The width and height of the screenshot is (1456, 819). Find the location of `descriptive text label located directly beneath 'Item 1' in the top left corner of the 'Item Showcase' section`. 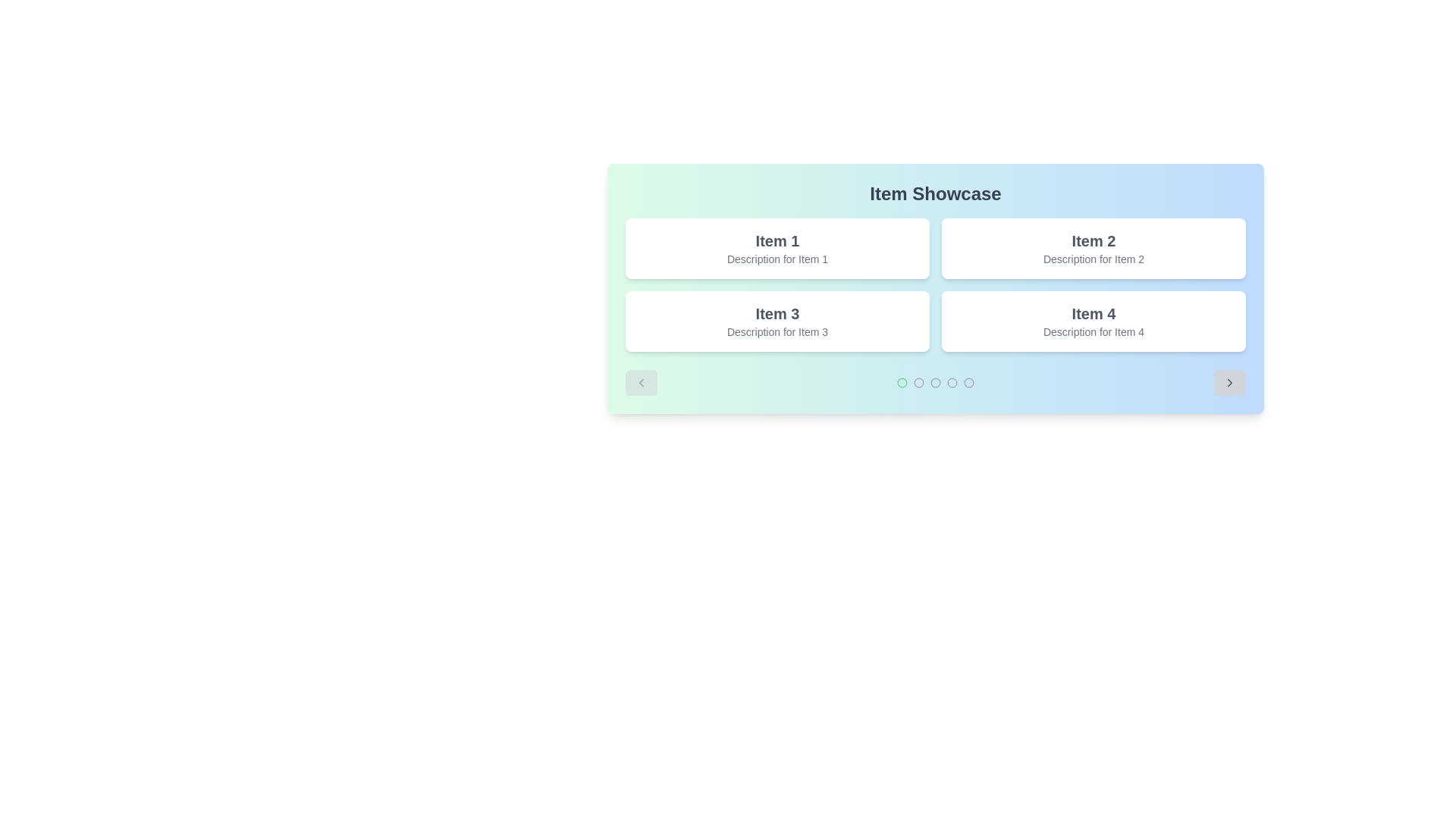

descriptive text label located directly beneath 'Item 1' in the top left corner of the 'Item Showcase' section is located at coordinates (777, 259).